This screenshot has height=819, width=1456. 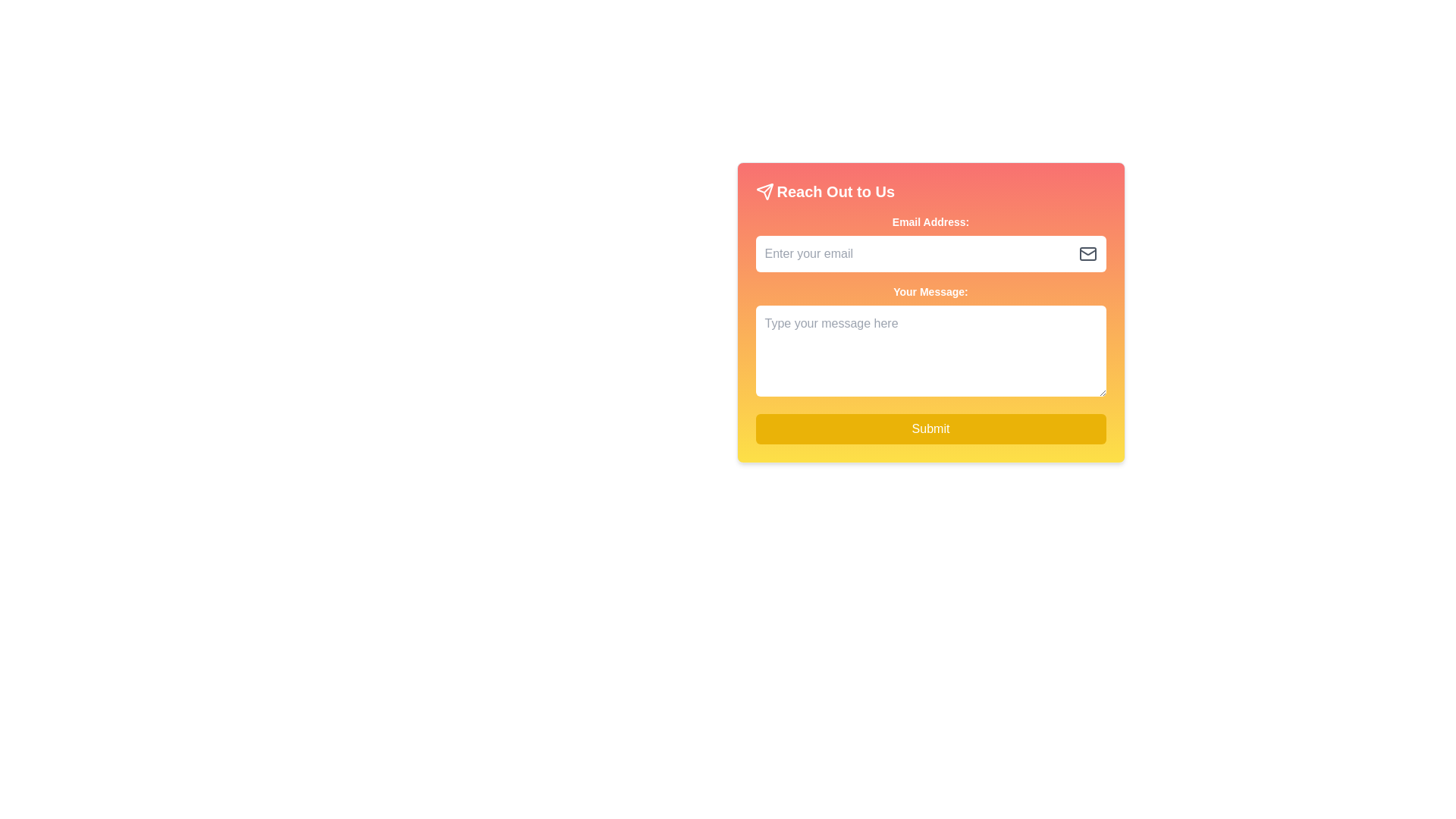 I want to click on the label that indicates the multi-line text input field for entering messages, located directly above the input field in the contact form, so click(x=930, y=292).